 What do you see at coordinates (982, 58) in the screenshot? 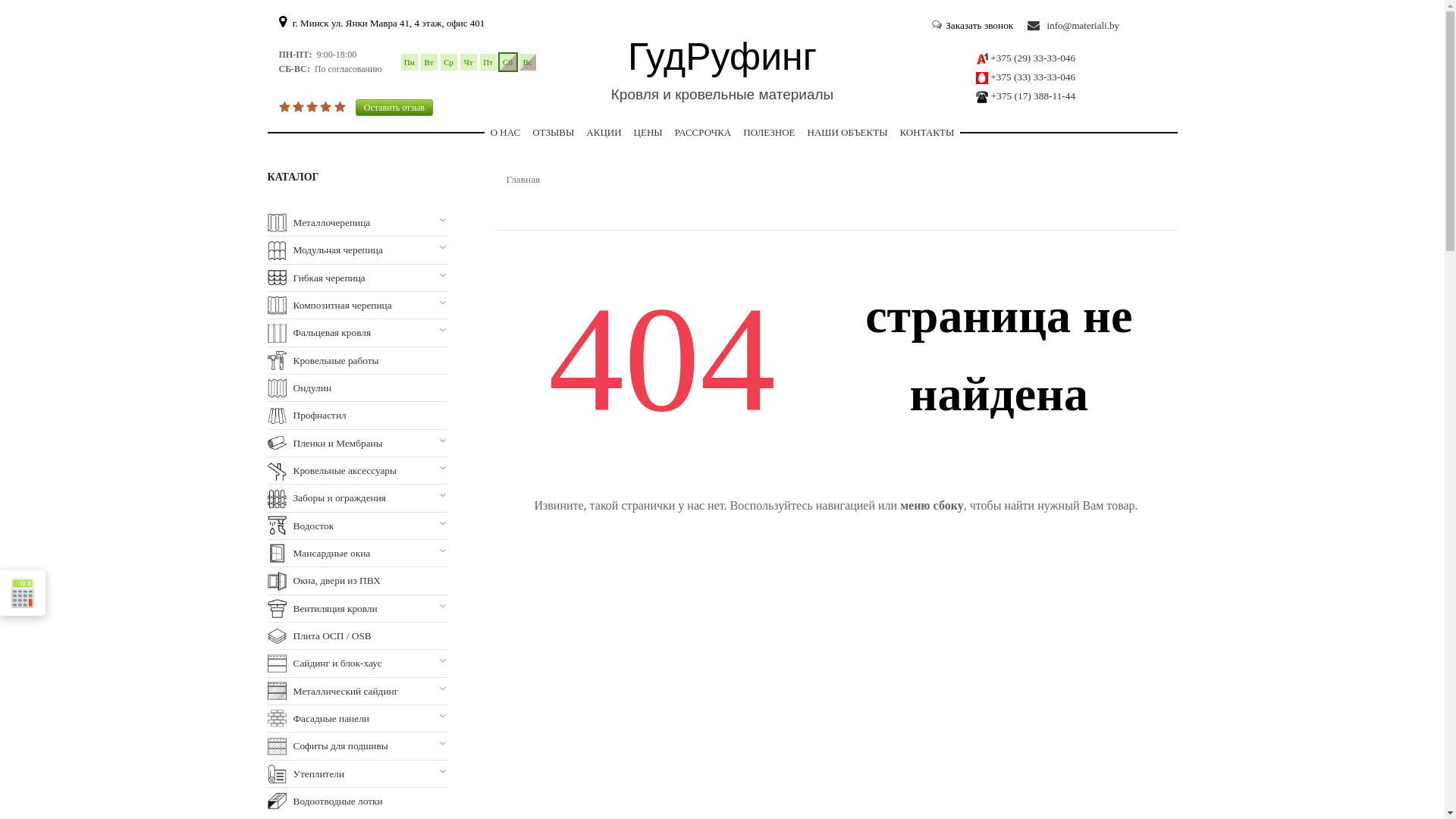
I see `'a1'` at bounding box center [982, 58].